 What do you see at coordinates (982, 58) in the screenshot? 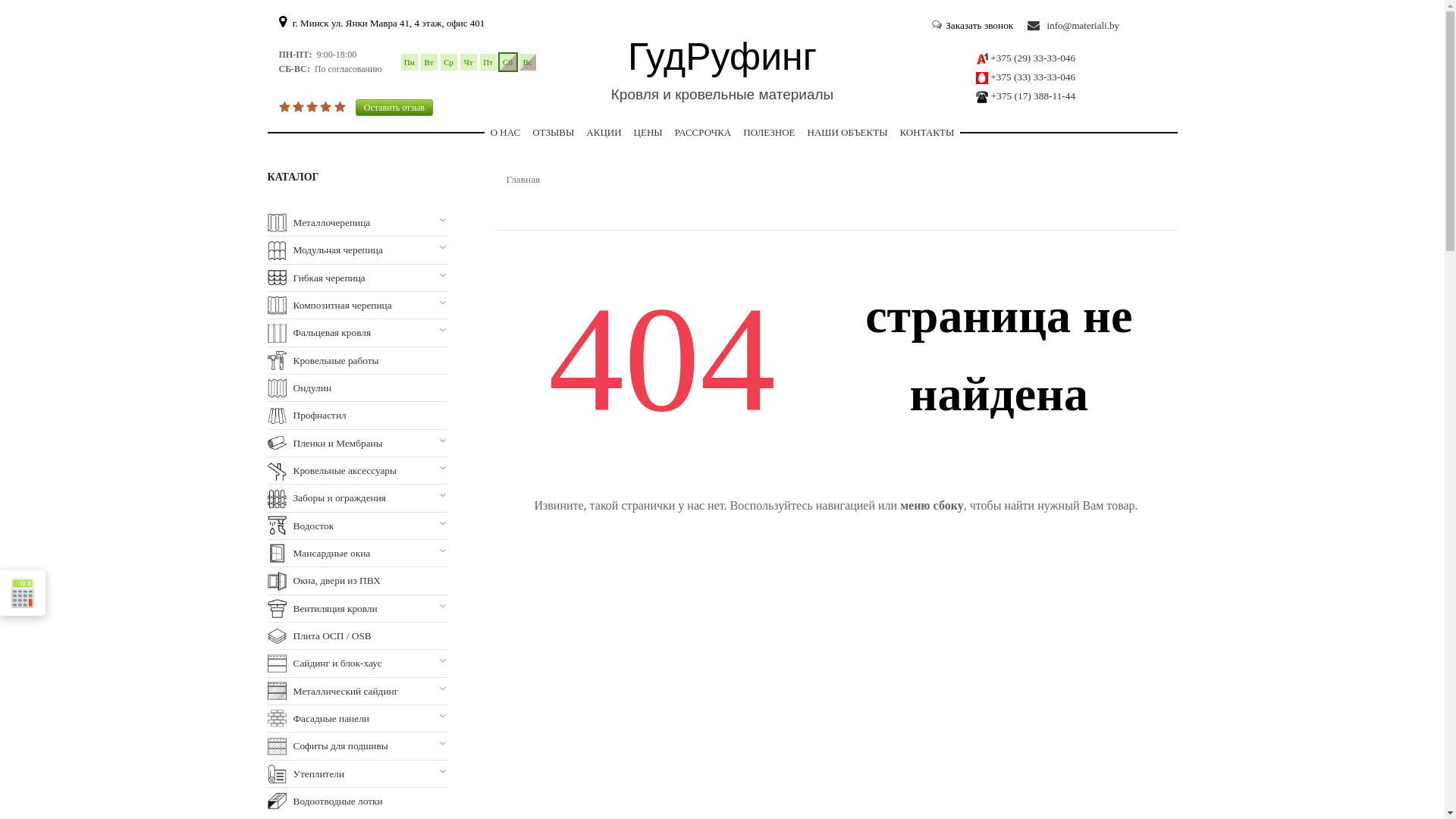
I see `'a1'` at bounding box center [982, 58].